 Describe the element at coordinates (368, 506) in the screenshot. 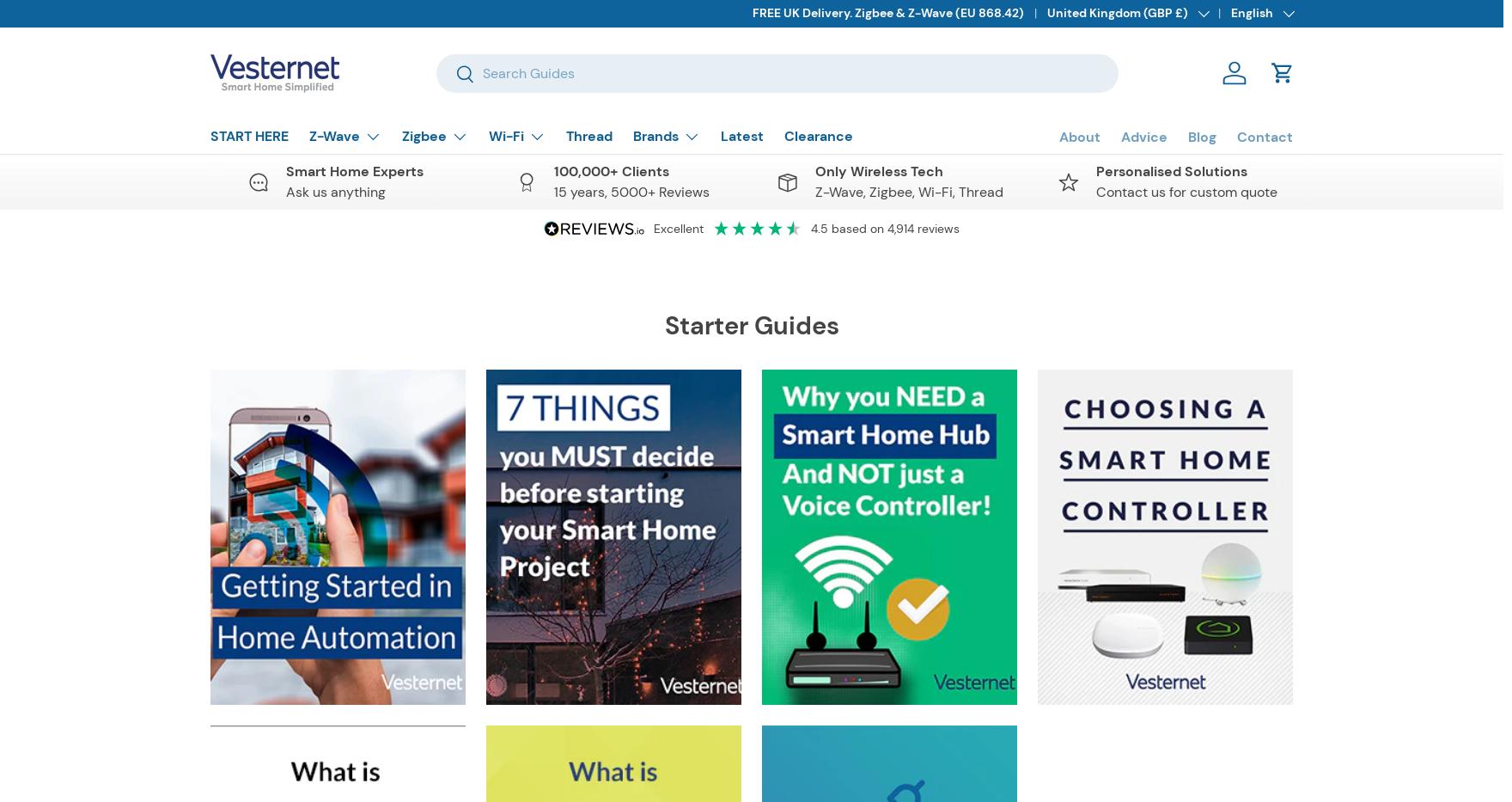

I see `'Blinds, Curtains & Motors'` at that location.